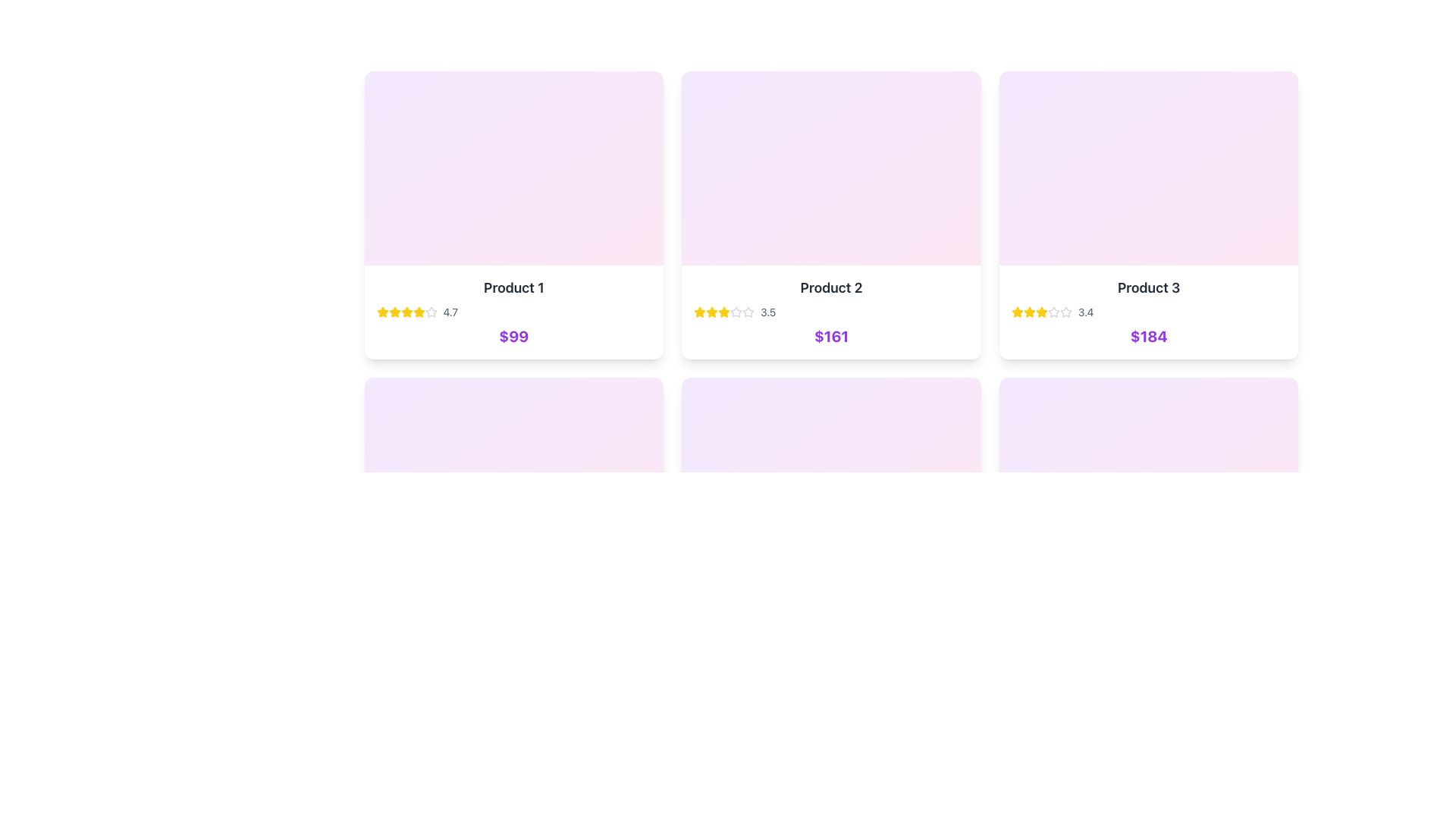 The width and height of the screenshot is (1456, 819). What do you see at coordinates (1017, 312) in the screenshot?
I see `the first star icon in the rating section of the card labeled 'Product 3' in the third column to indicate user feedback or review aggregate` at bounding box center [1017, 312].